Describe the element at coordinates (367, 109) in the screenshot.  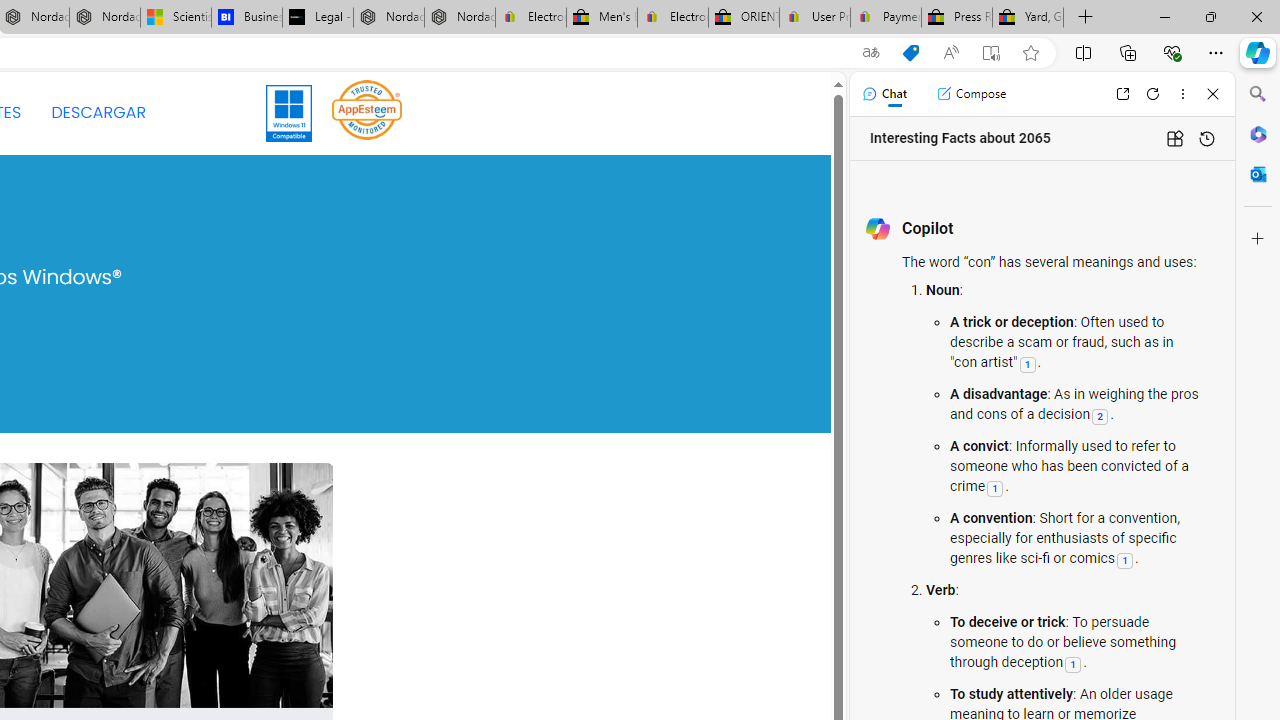
I see `'App Esteem'` at that location.